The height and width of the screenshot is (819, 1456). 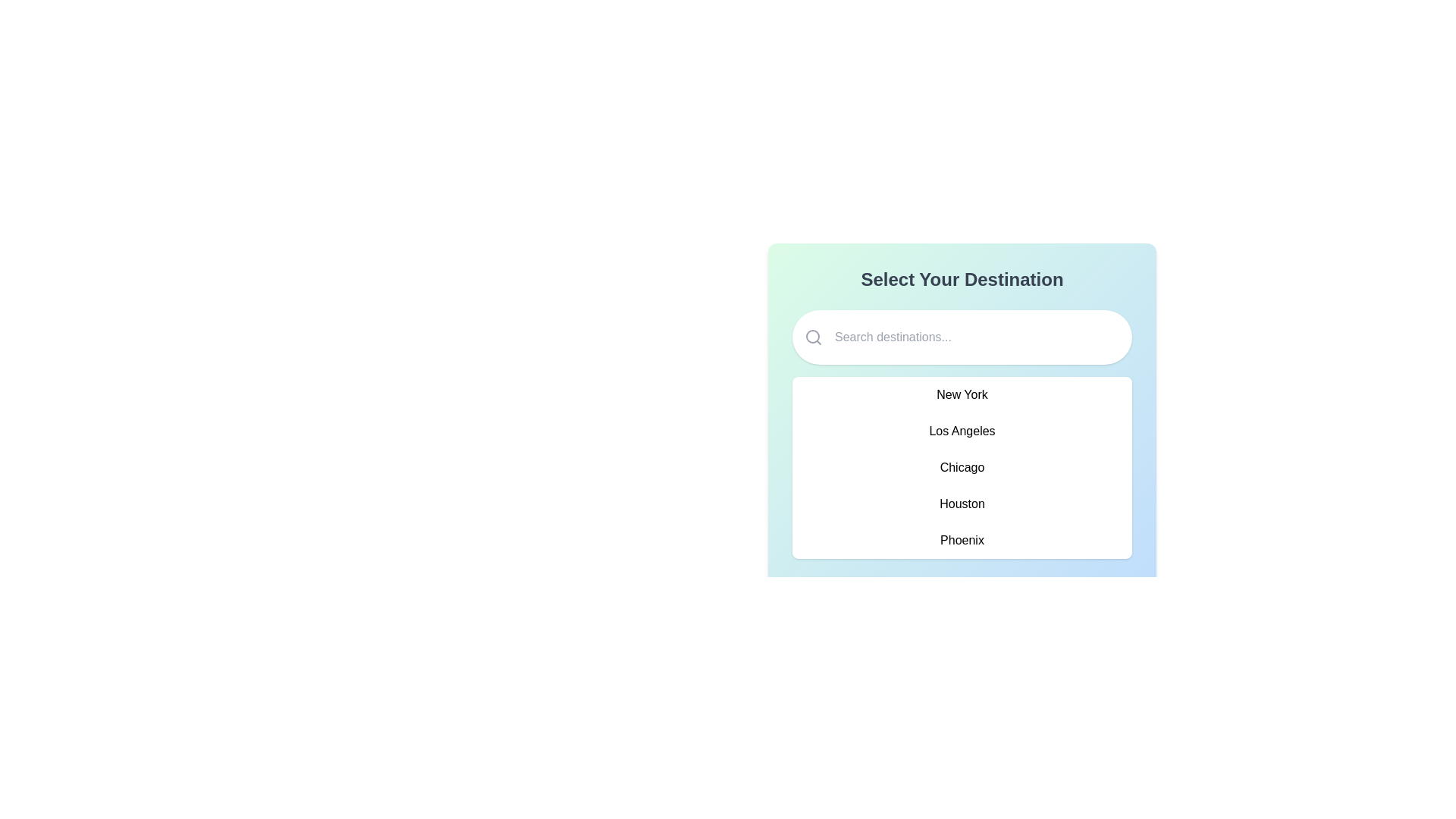 What do you see at coordinates (811, 335) in the screenshot?
I see `the larger circular segment of the search icon, which is part of the visual representation of the search functionality, located at the top-left corner of the 'Search destinations...' input field` at bounding box center [811, 335].